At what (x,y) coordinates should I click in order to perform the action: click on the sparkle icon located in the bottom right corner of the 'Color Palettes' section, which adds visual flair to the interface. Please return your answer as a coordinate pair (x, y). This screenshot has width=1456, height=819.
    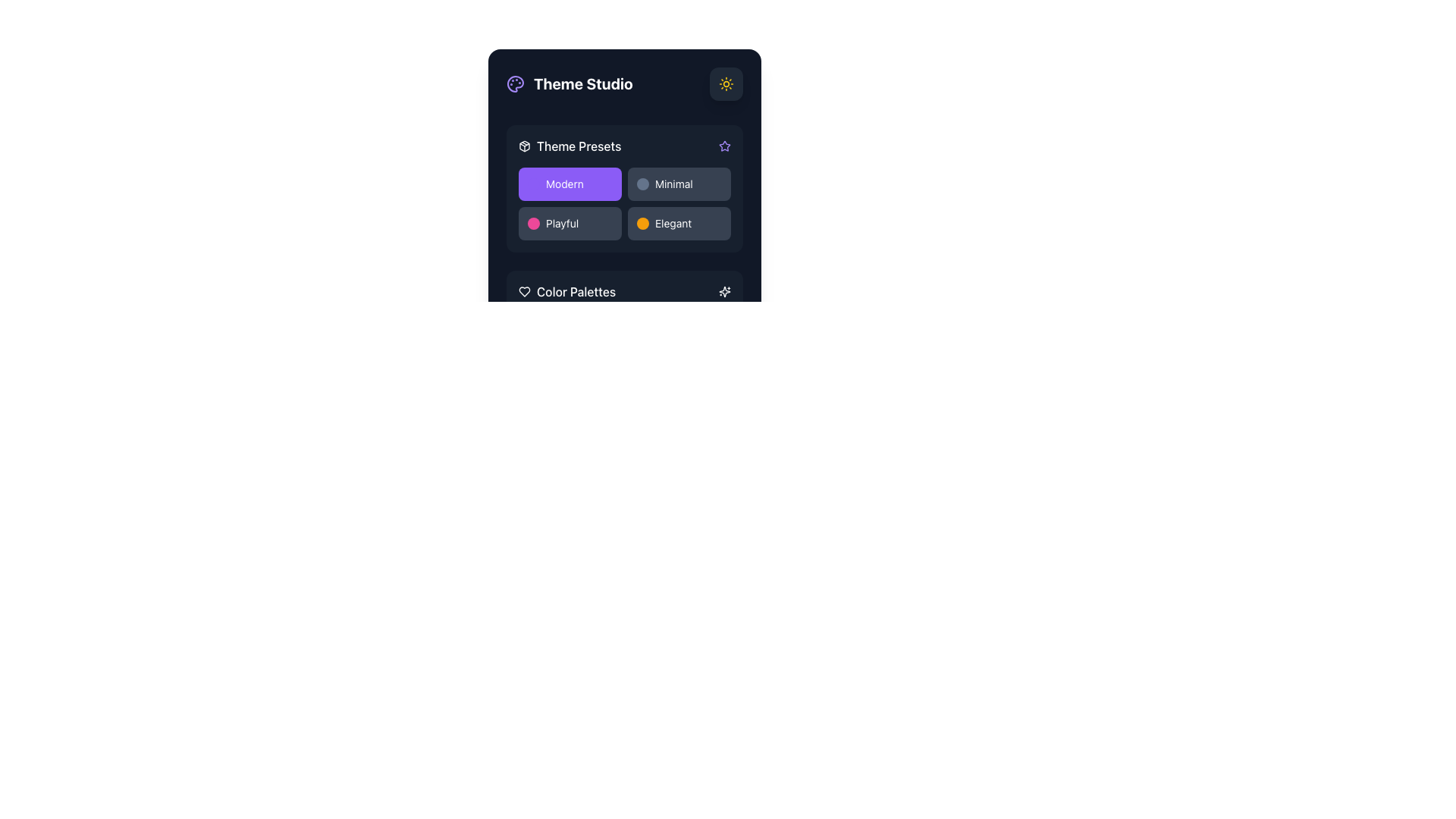
    Looking at the image, I should click on (723, 292).